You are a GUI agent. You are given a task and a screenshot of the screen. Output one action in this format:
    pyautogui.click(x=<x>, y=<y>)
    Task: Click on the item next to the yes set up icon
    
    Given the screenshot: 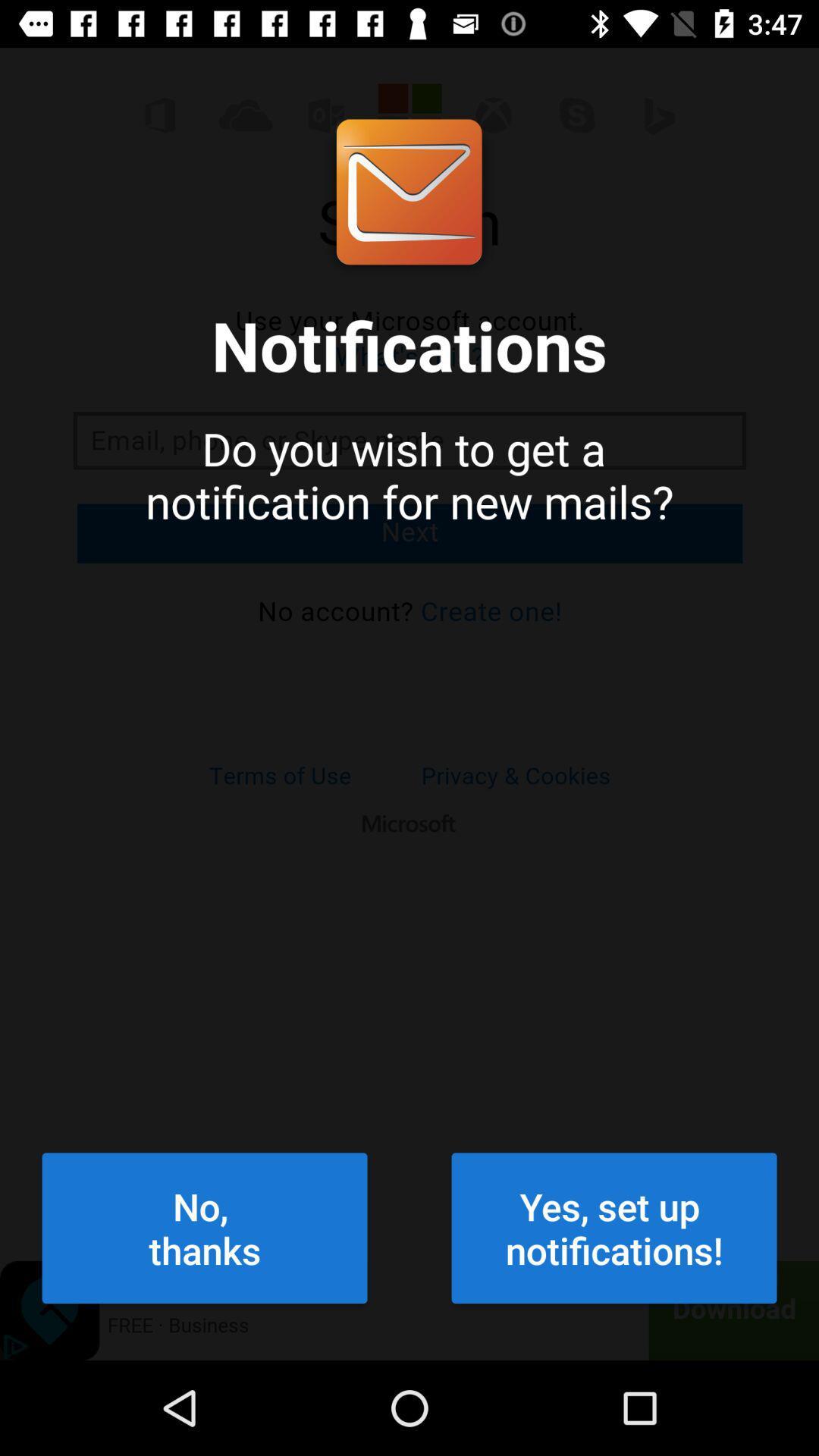 What is the action you would take?
    pyautogui.click(x=205, y=1228)
    